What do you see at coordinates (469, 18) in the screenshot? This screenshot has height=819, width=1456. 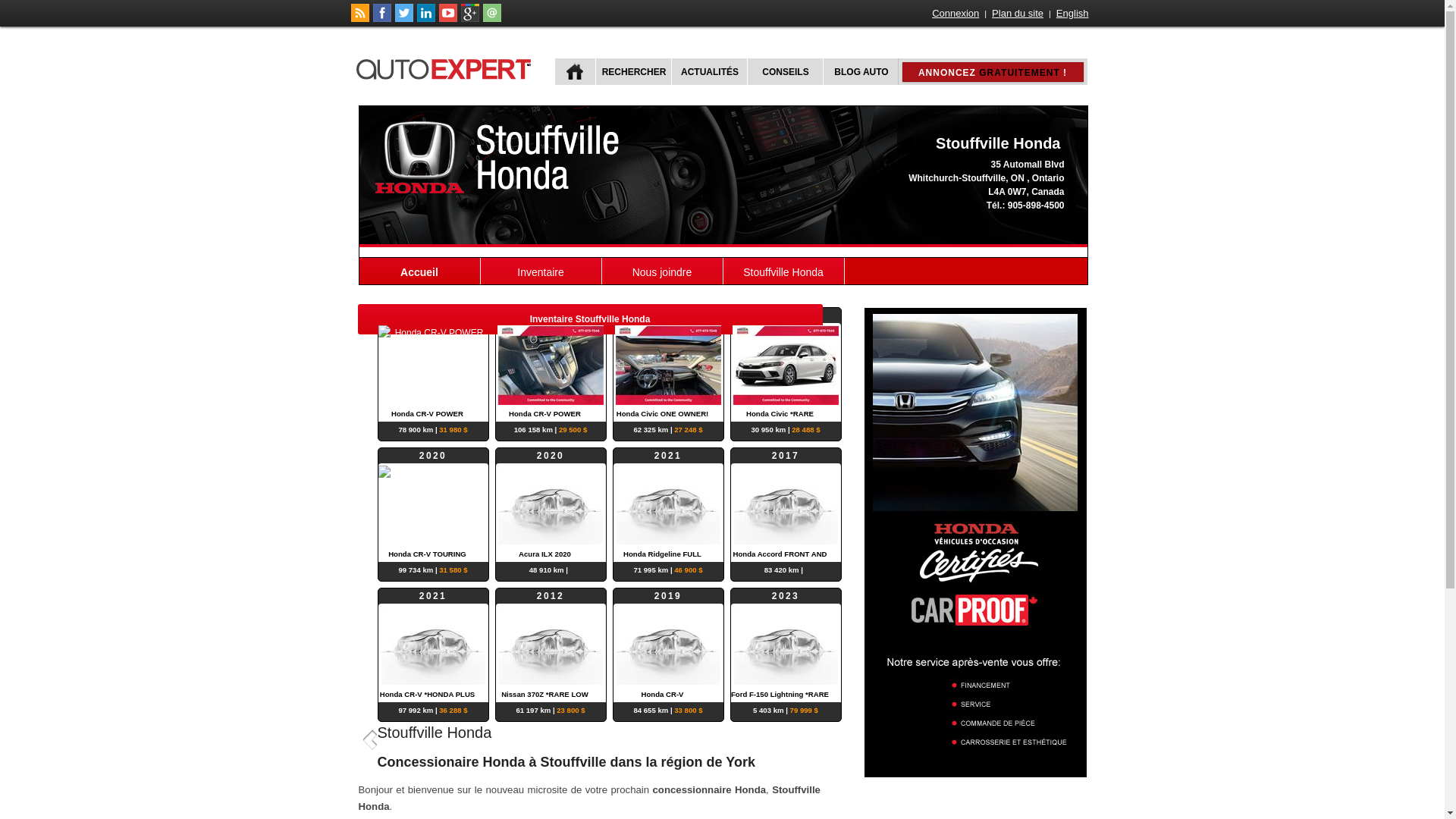 I see `'Suivez autoExpert.ca sur Google Plus'` at bounding box center [469, 18].